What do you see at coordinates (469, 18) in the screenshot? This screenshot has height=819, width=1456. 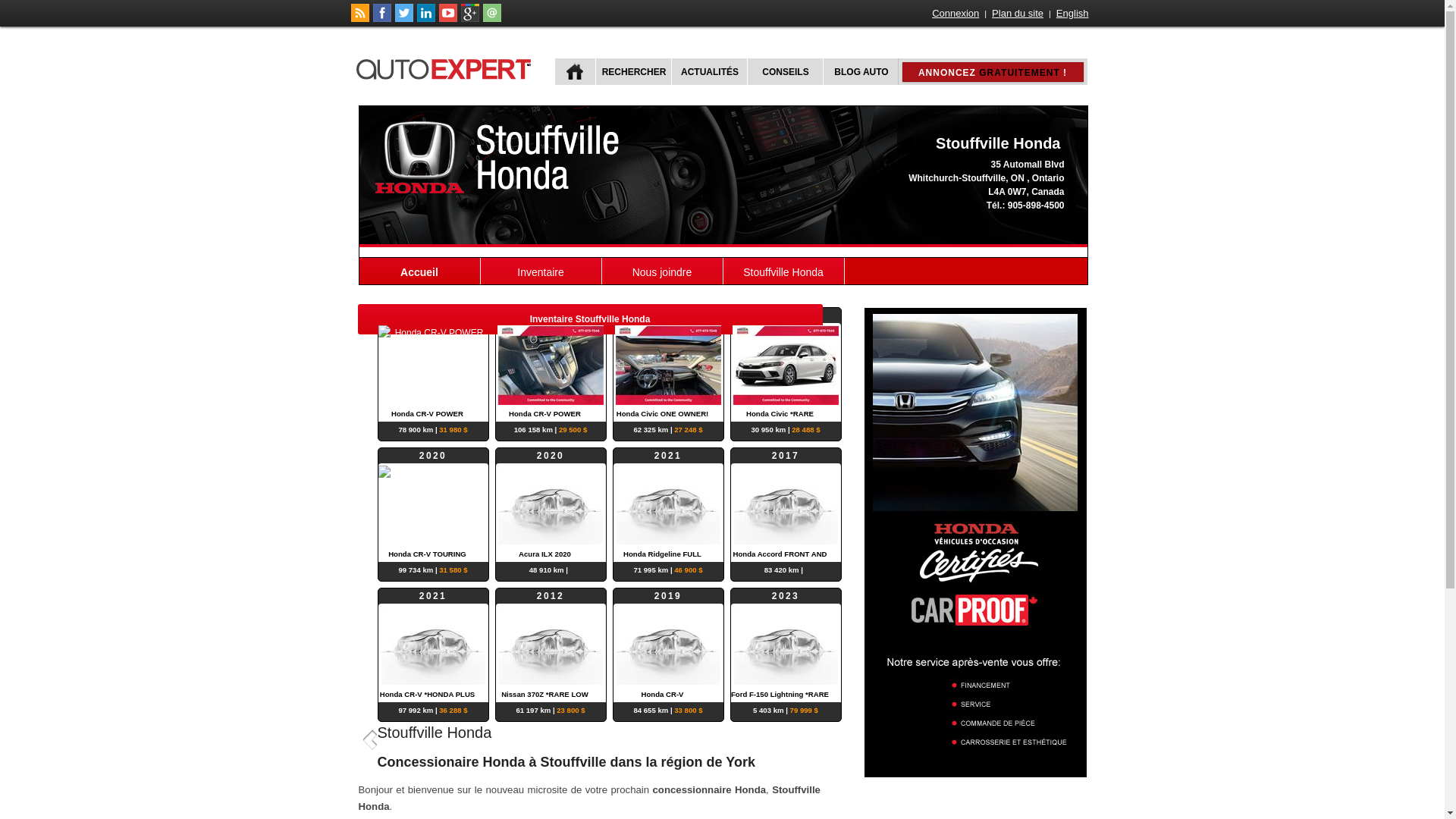 I see `'Suivez autoExpert.ca sur Google Plus'` at bounding box center [469, 18].